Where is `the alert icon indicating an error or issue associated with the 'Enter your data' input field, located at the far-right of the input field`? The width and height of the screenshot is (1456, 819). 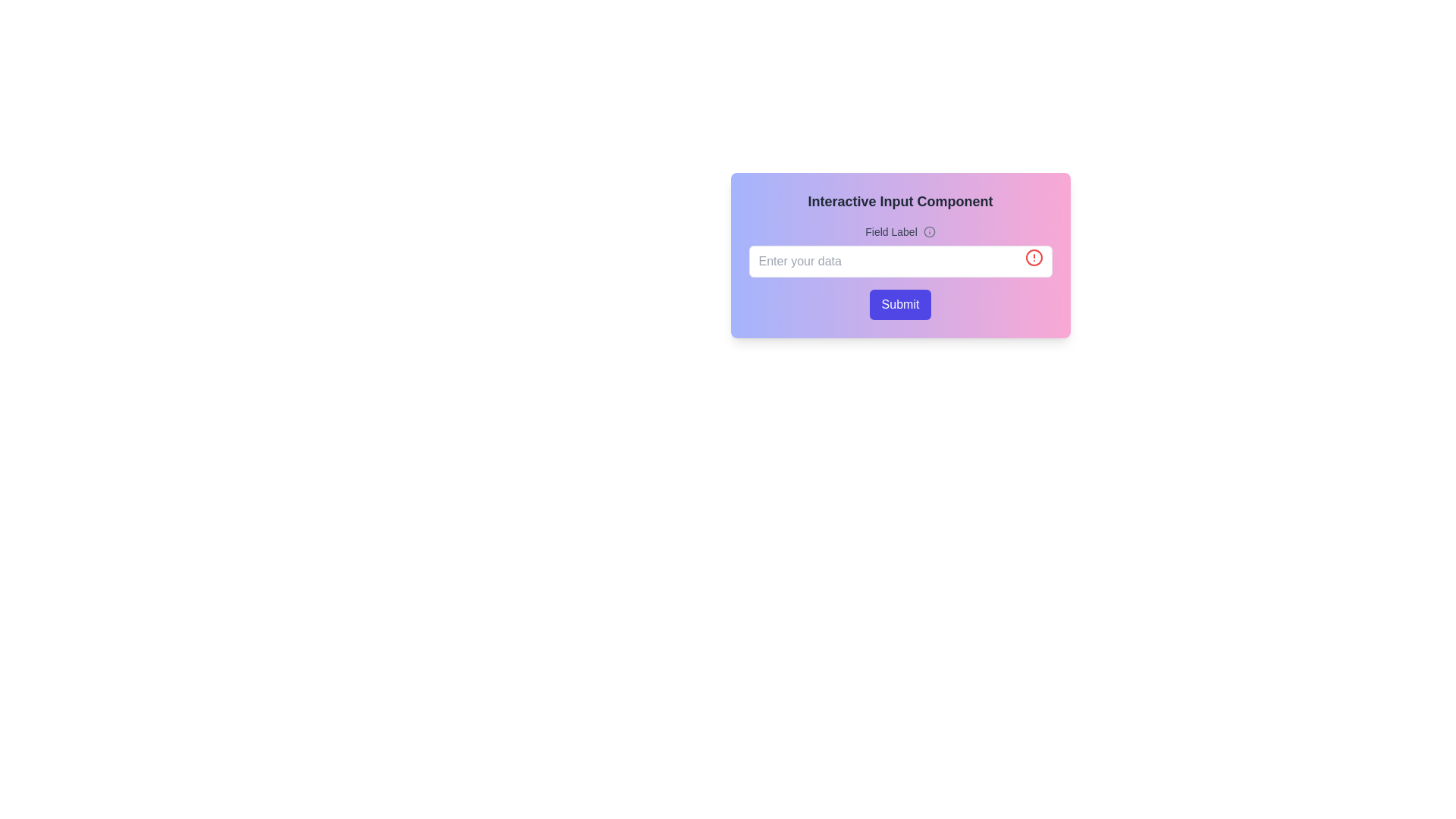
the alert icon indicating an error or issue associated with the 'Enter your data' input field, located at the far-right of the input field is located at coordinates (1033, 256).